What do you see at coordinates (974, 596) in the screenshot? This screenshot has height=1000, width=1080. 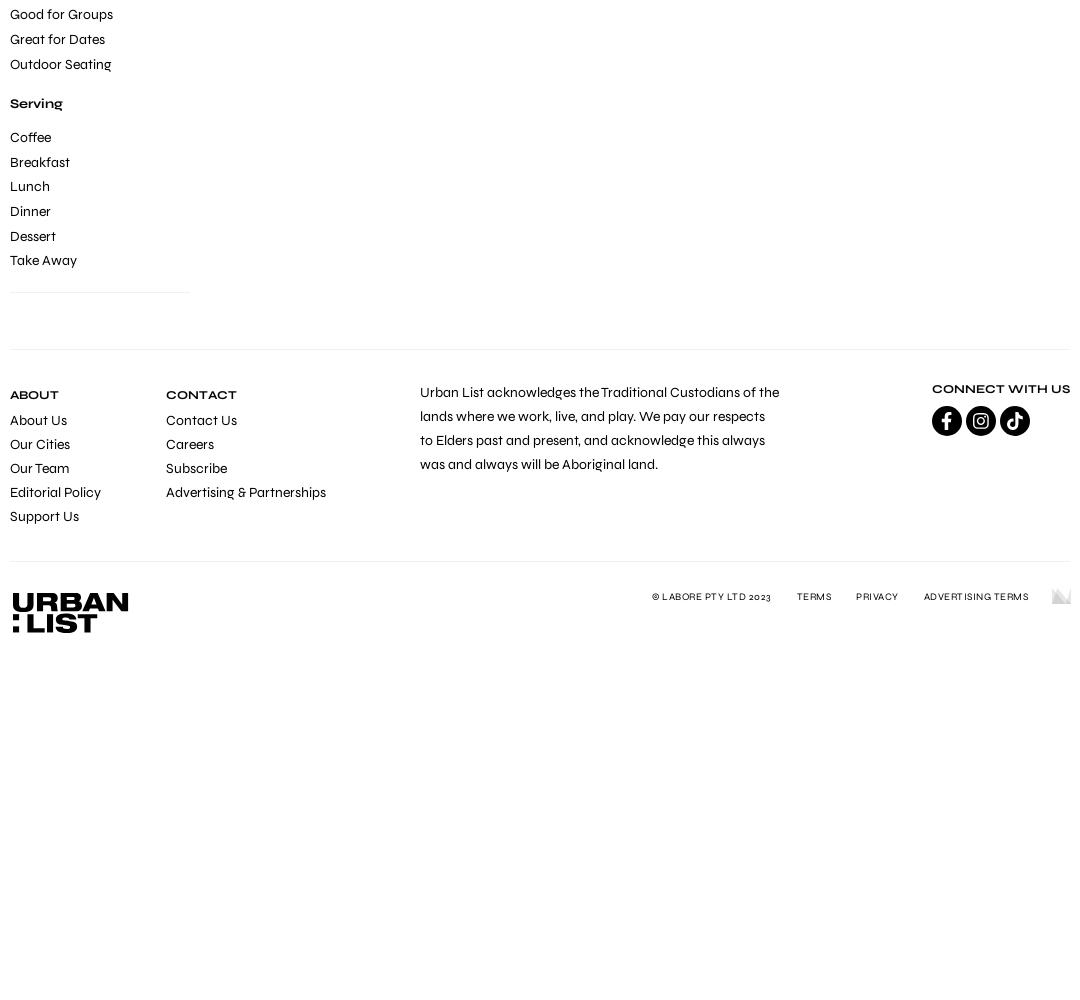 I see `'Advertising Terms'` at bounding box center [974, 596].